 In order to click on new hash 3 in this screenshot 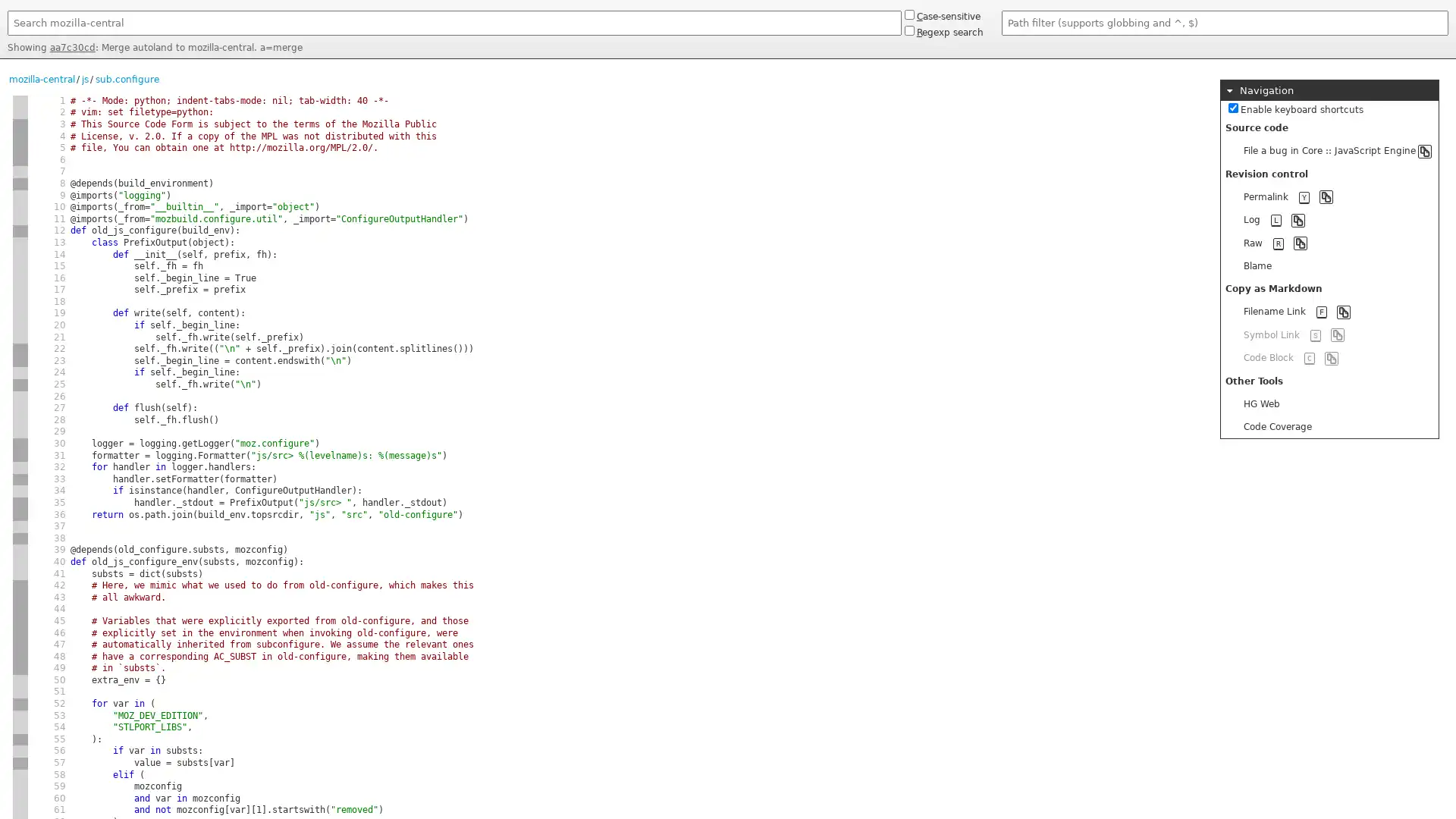, I will do `click(20, 775)`.